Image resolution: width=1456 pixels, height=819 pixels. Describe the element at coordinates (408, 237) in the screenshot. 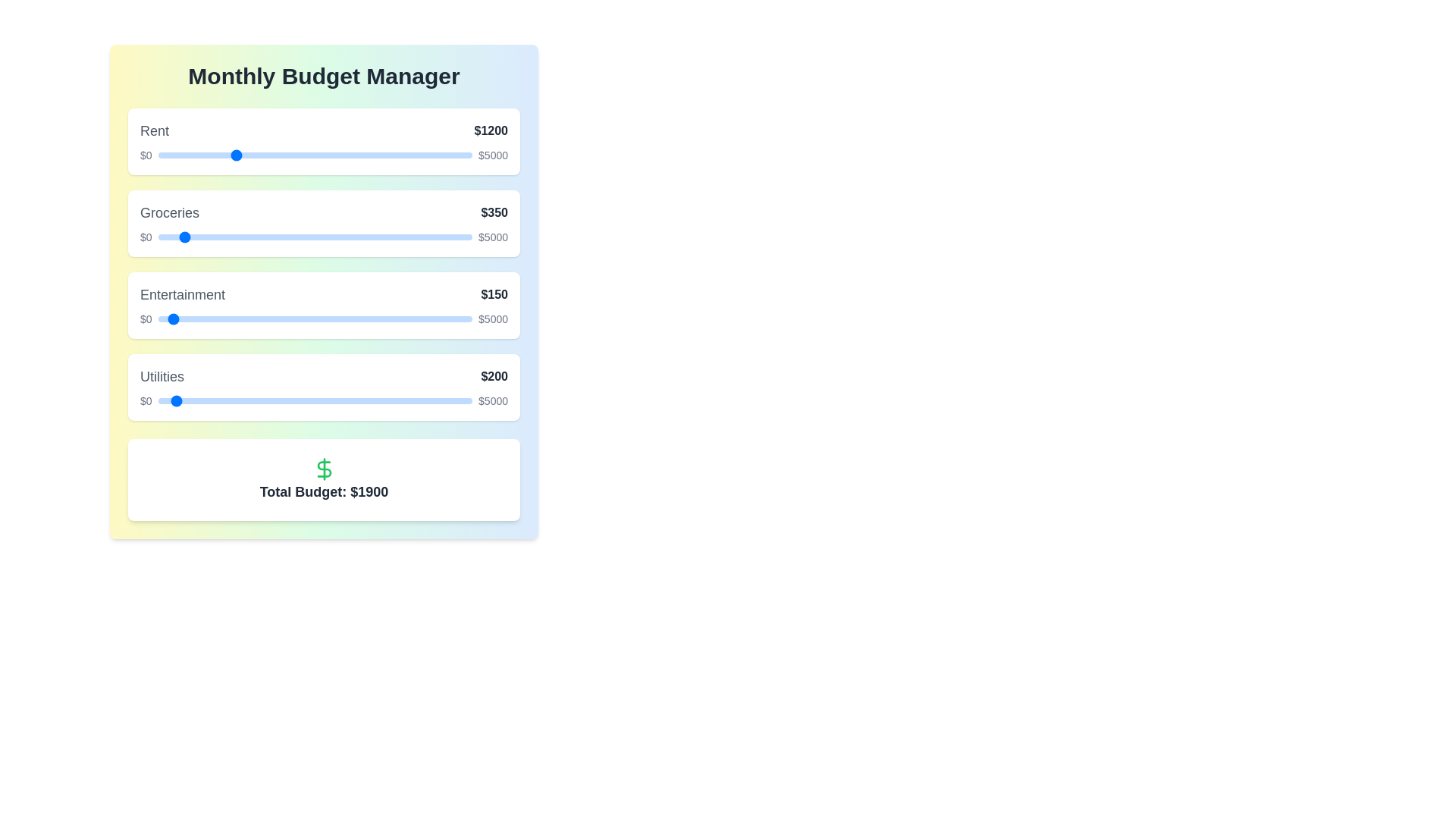

I see `groceries budget slider` at that location.